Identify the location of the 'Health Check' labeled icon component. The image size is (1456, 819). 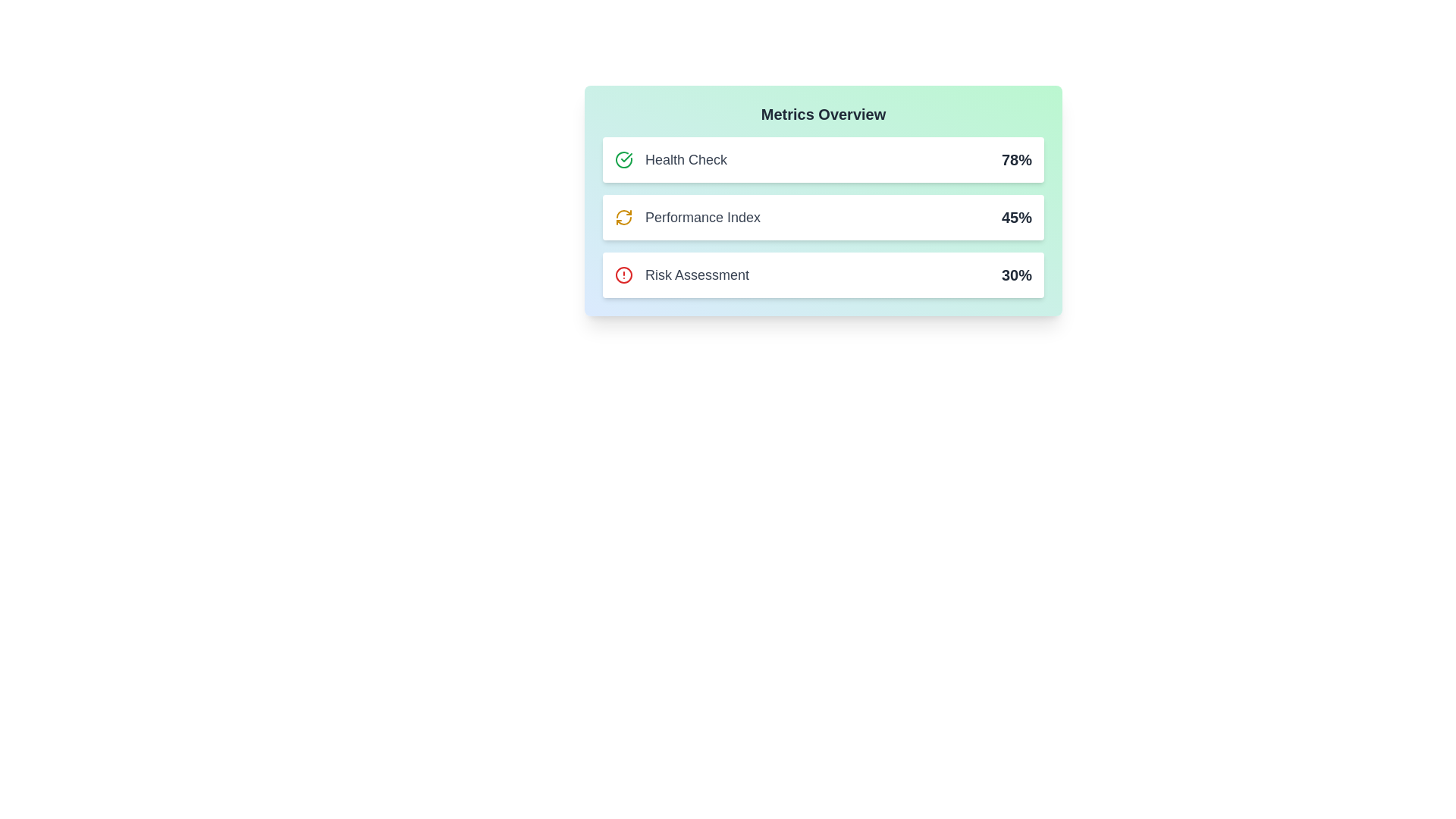
(670, 160).